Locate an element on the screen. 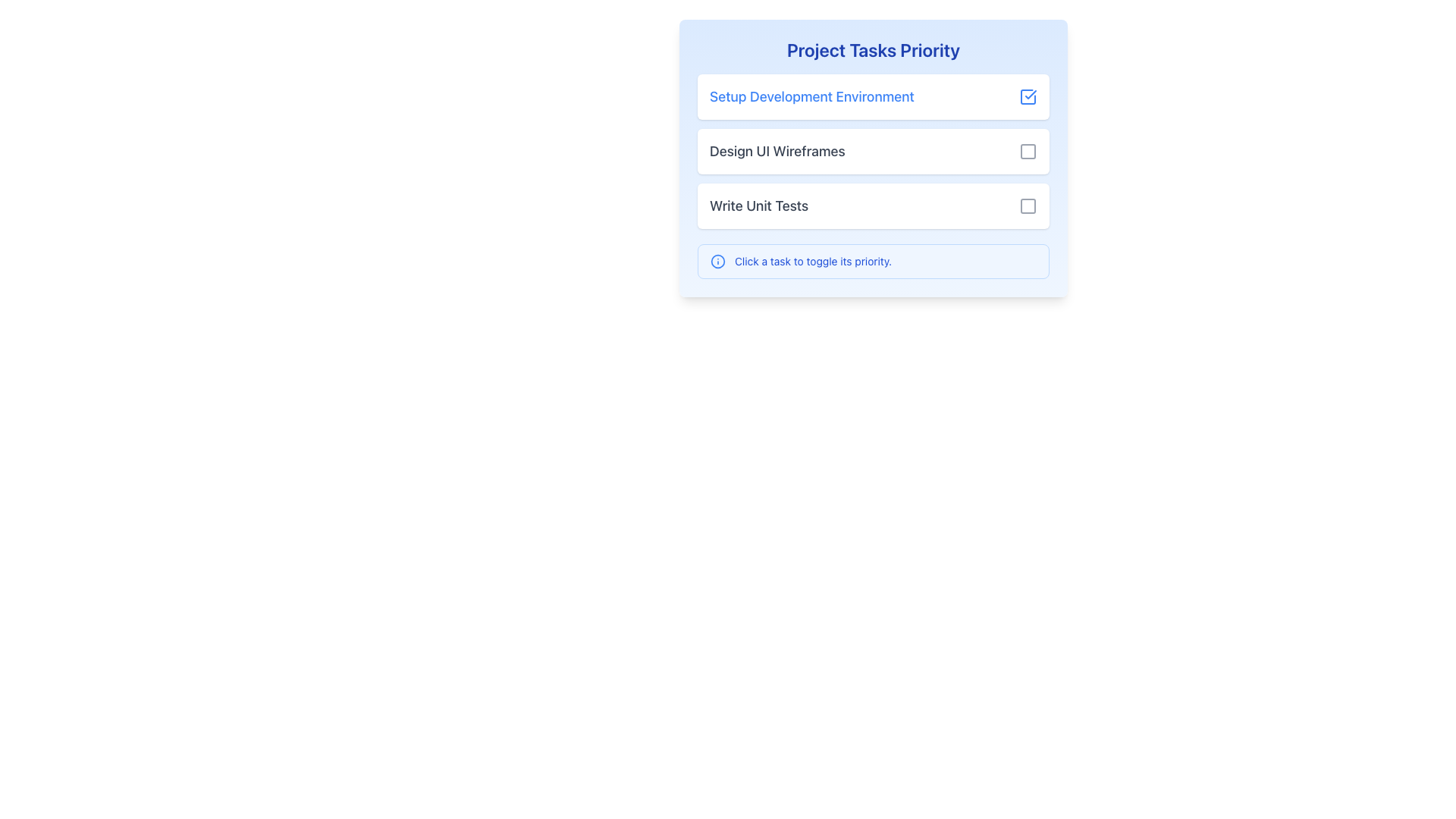 This screenshot has width=1456, height=819. the circular shape with a blue outline, part of the blue-themed icon located near the text 'Click a task to toggle its priority.' in the 'Project Tasks Priority' panel is located at coordinates (717, 260).